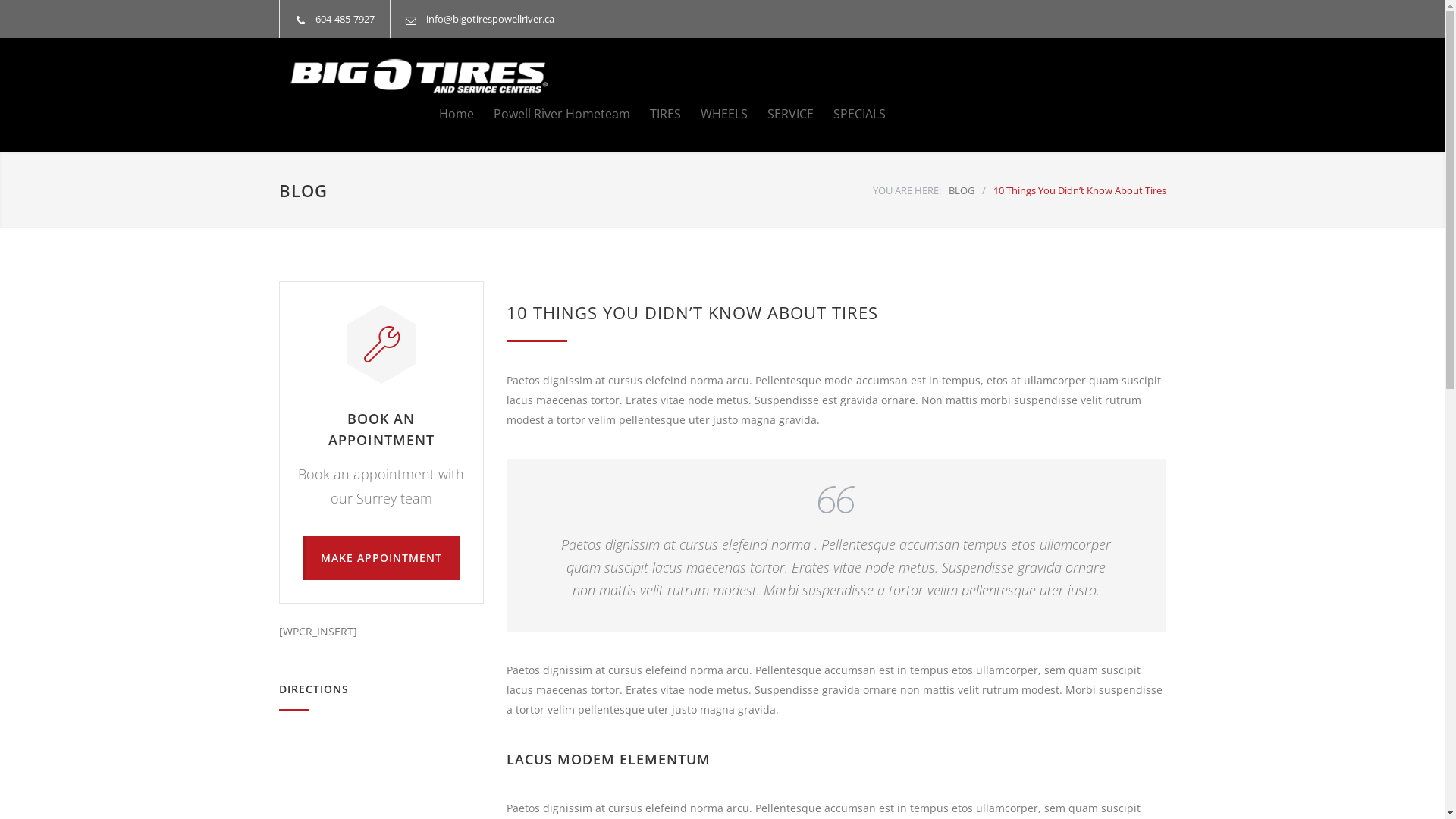 The width and height of the screenshot is (1456, 819). What do you see at coordinates (303, 189) in the screenshot?
I see `'BLOG'` at bounding box center [303, 189].